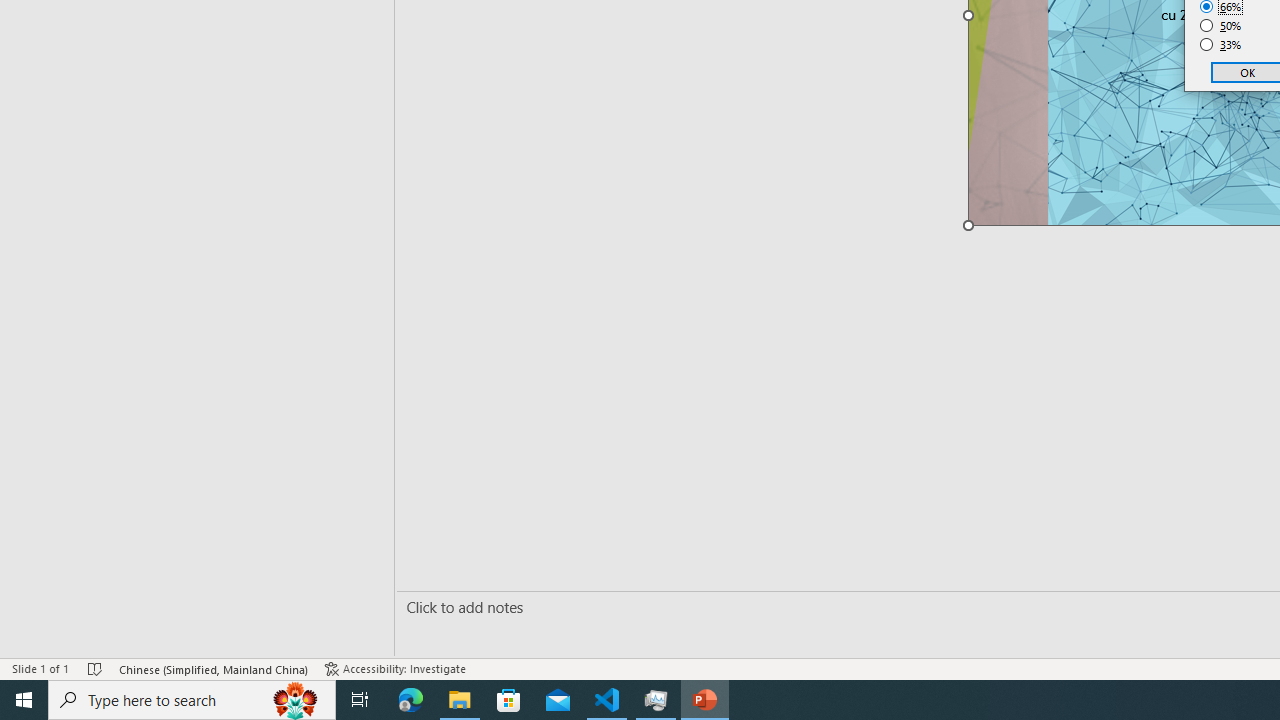 This screenshot has width=1280, height=720. I want to click on 'Type here to search', so click(192, 698).